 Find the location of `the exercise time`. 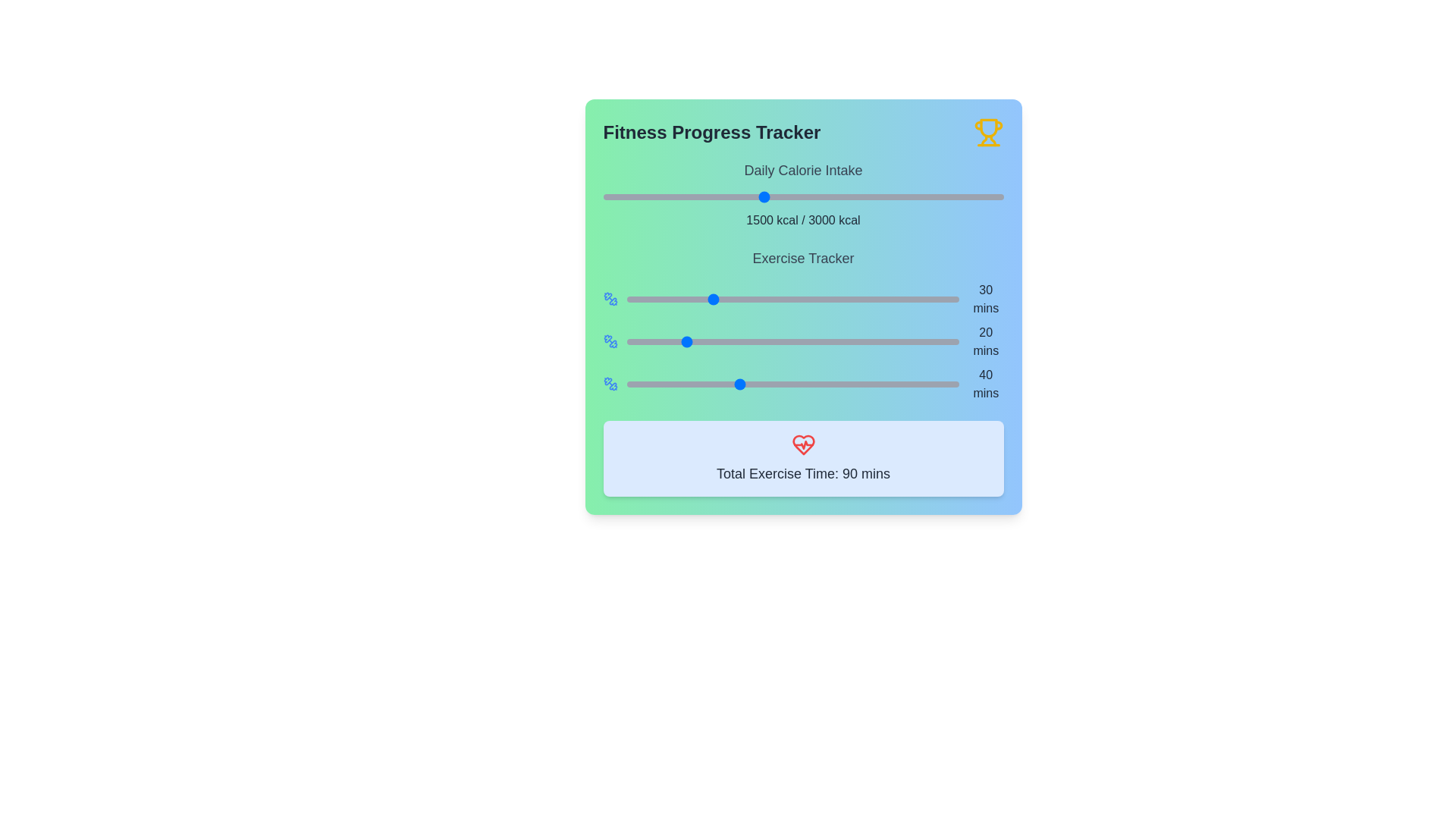

the exercise time is located at coordinates (676, 299).